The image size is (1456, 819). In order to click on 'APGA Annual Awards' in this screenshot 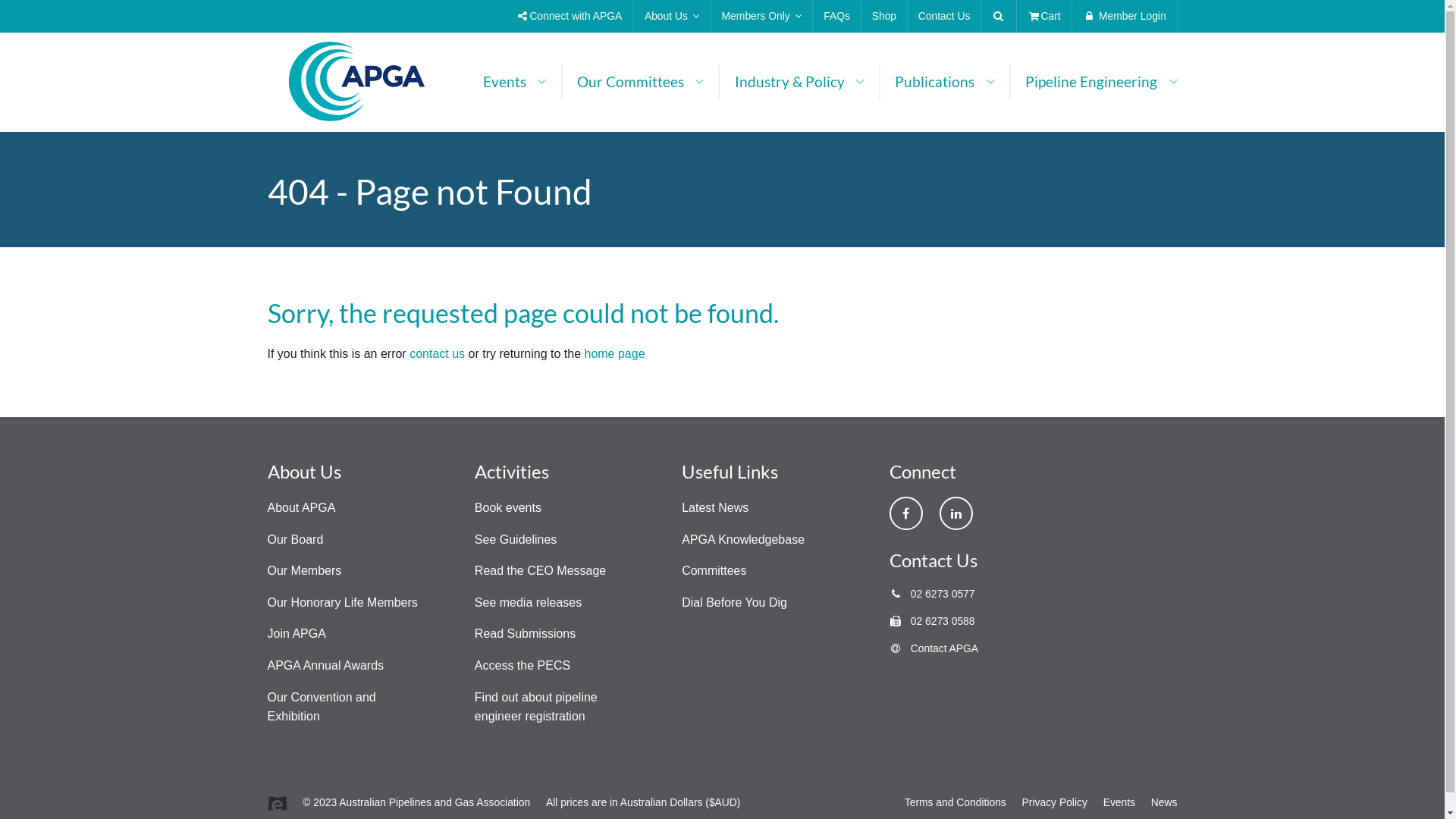, I will do `click(324, 664)`.